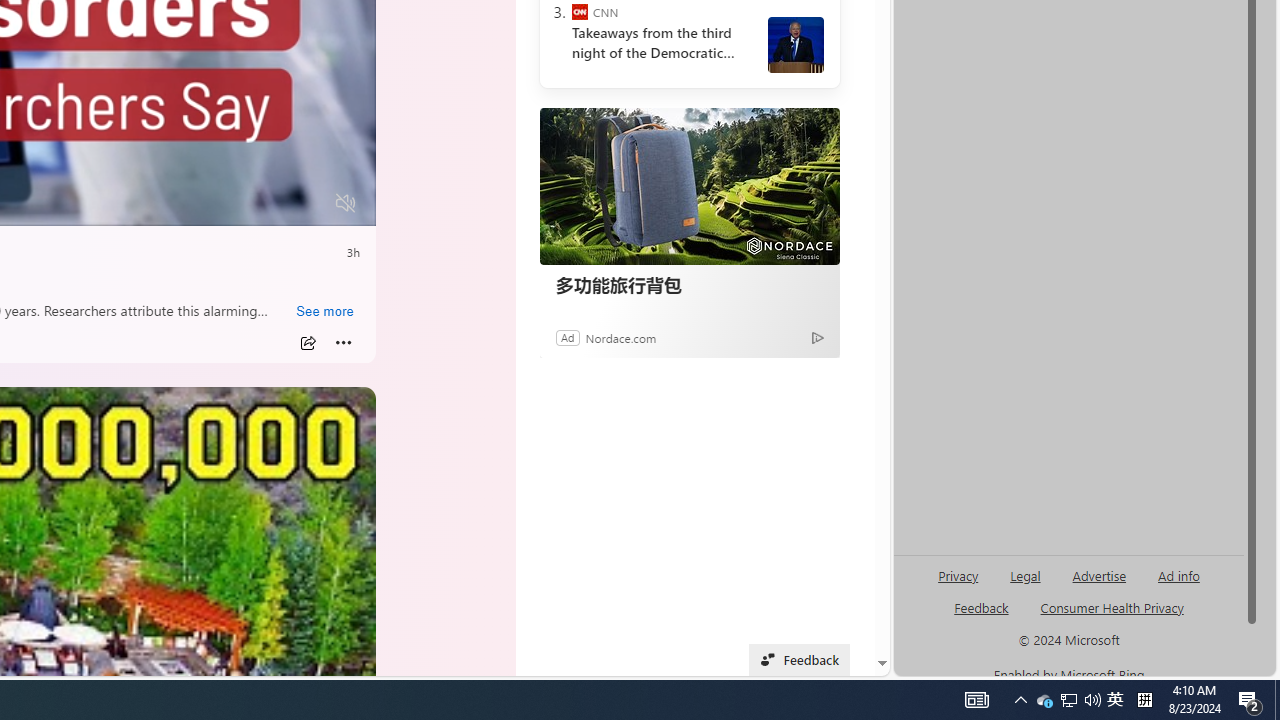 Image resolution: width=1280 pixels, height=720 pixels. I want to click on 'Class: at-item inline-watch', so click(343, 342).